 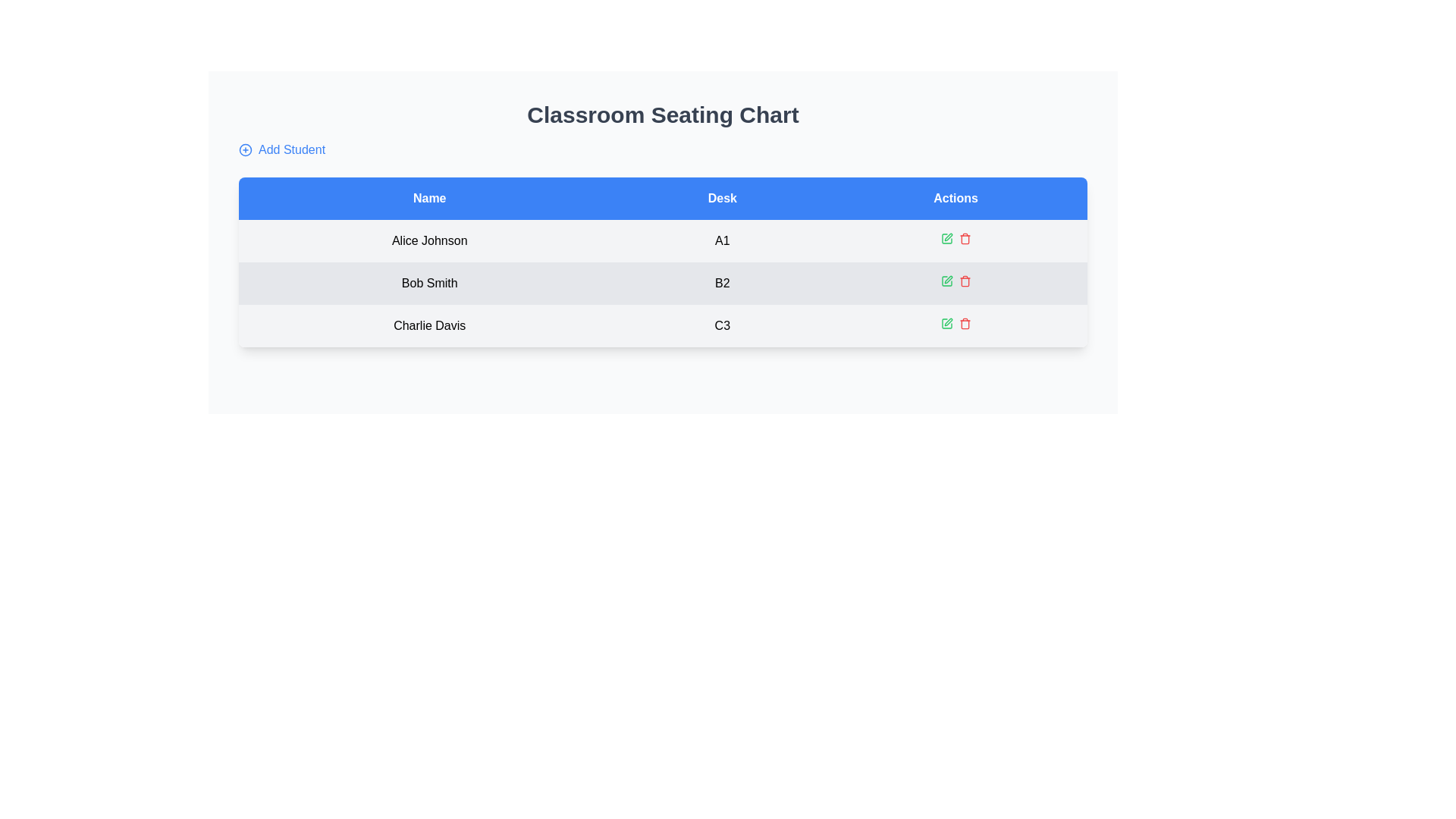 What do you see at coordinates (964, 323) in the screenshot?
I see `the red trash can icon in the 'Actions' column` at bounding box center [964, 323].